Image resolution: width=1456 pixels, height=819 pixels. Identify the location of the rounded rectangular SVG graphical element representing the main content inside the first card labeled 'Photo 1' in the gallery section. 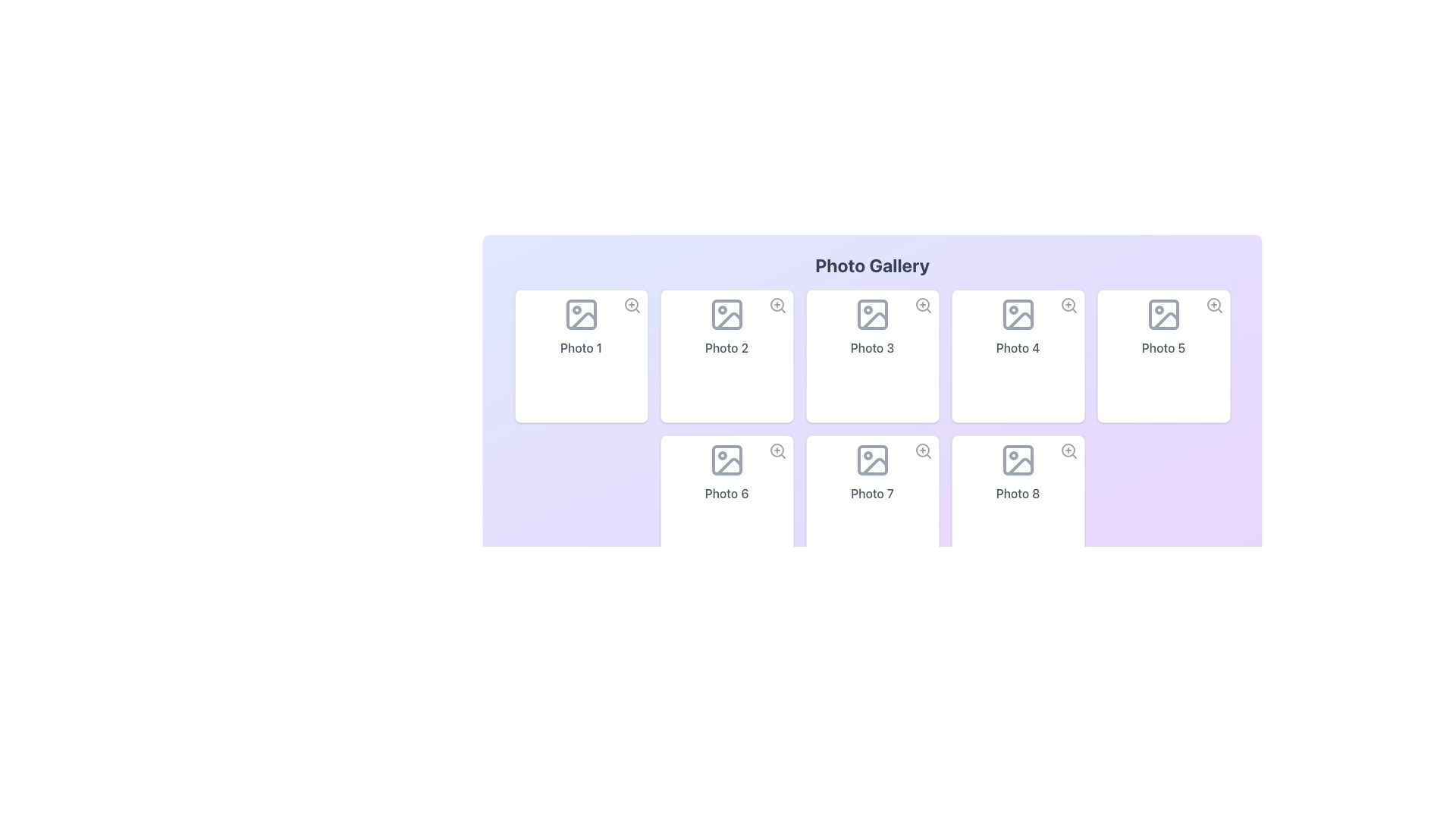
(580, 314).